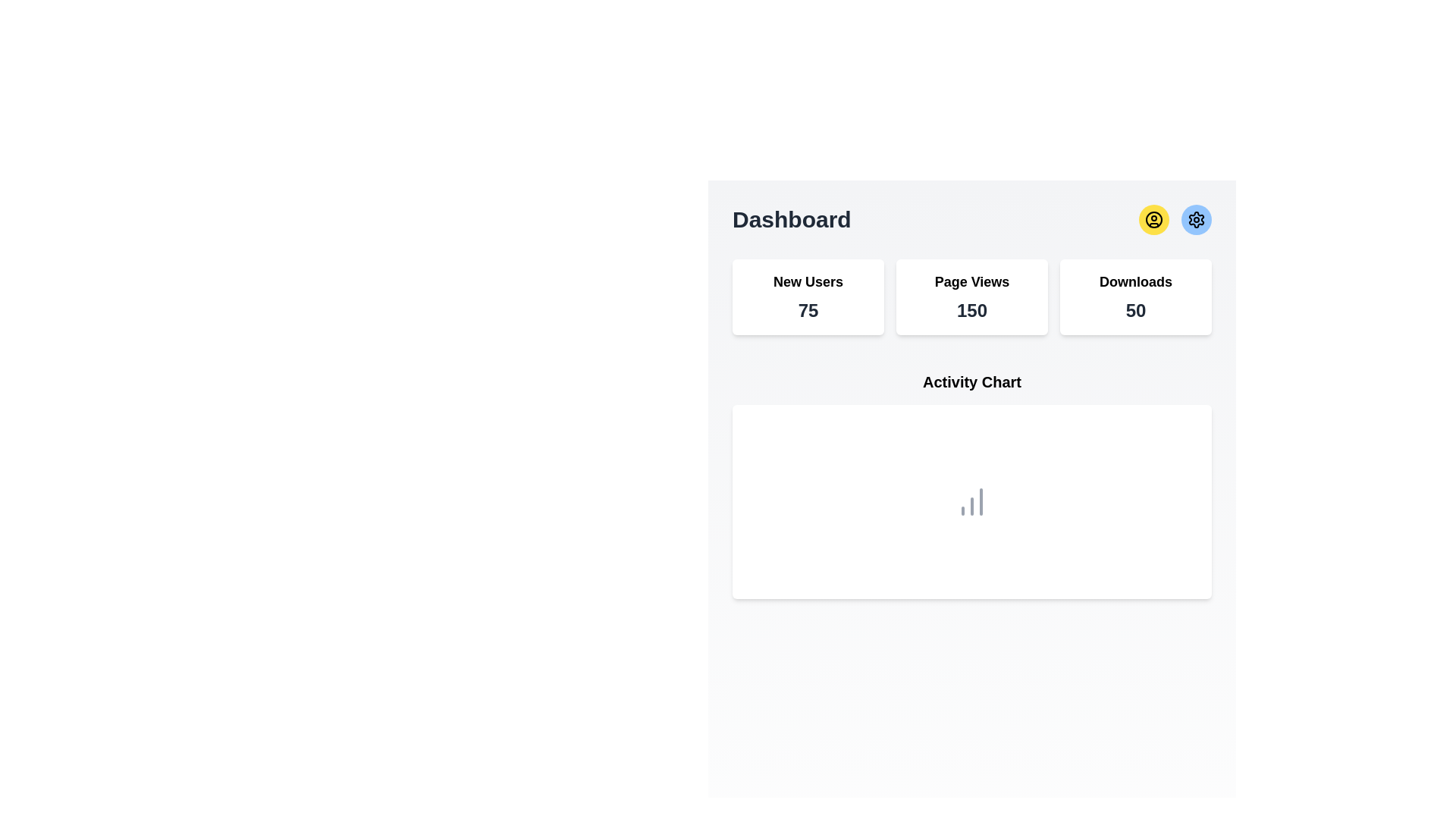 The height and width of the screenshot is (819, 1456). What do you see at coordinates (1196, 219) in the screenshot?
I see `the cogwheel icon located at the top-right corner of the interface` at bounding box center [1196, 219].